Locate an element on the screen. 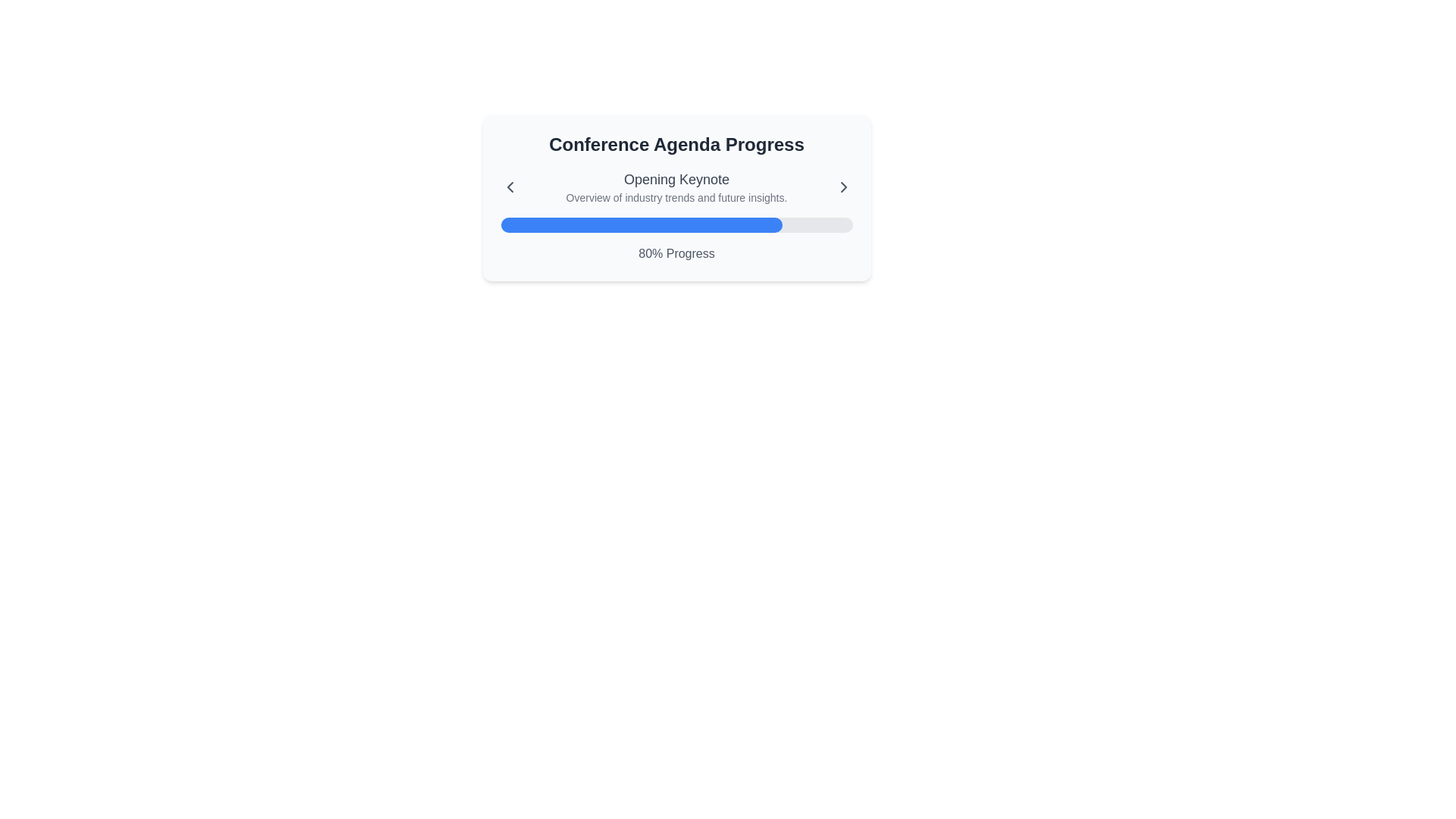 The width and height of the screenshot is (1456, 819). the progress bar indicating 80% completion, which is located below the text 'Opening Keynote' and above the label '80% Progress' is located at coordinates (642, 225).